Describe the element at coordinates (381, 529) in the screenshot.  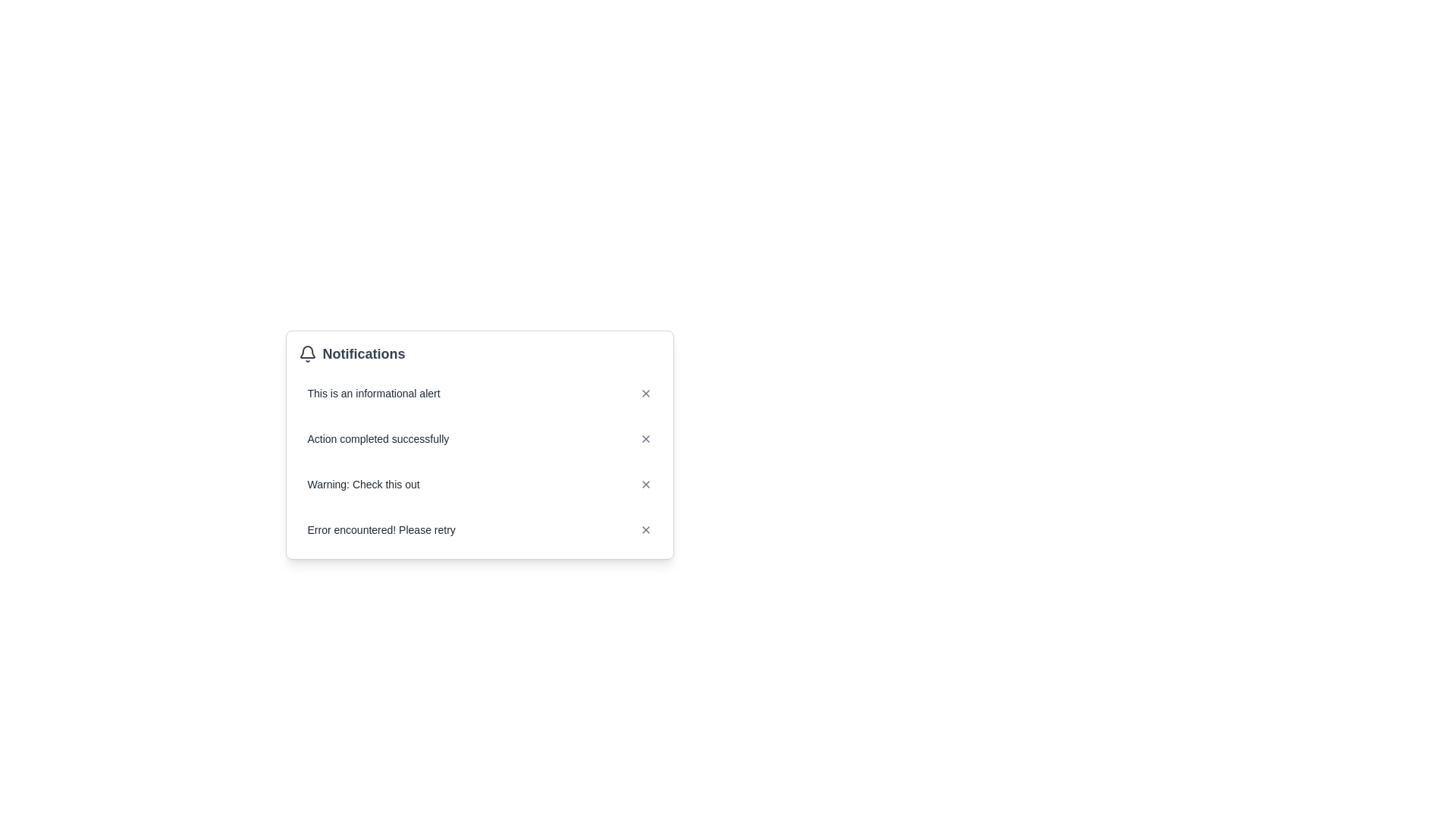
I see `the text element reading 'Error encountered! Please retry', which is styled in gray within a critical alert notification card with a red background` at that location.